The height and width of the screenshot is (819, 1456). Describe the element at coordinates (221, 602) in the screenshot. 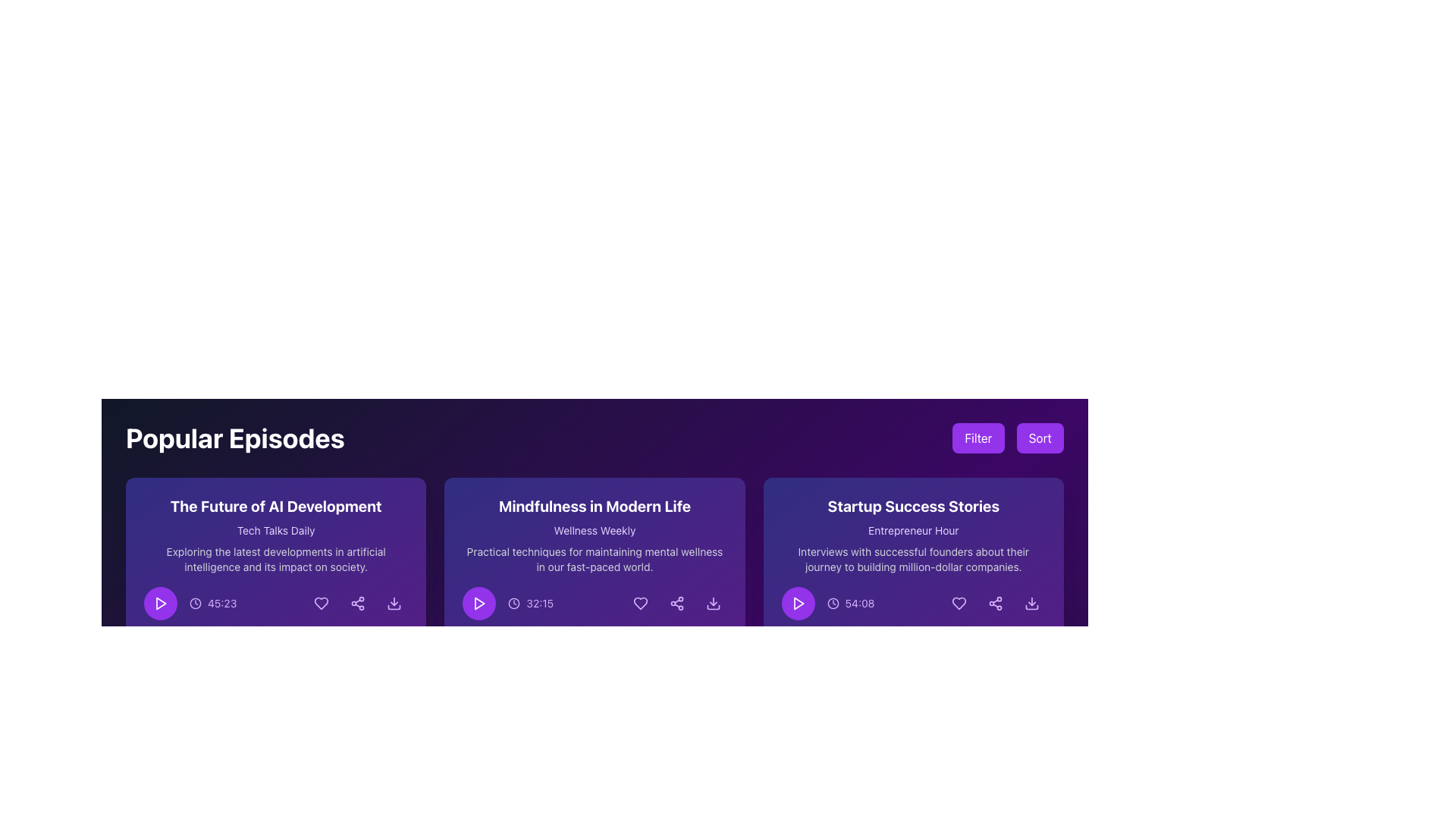

I see `the text display that indicates the duration of the associated episode, located near the lower left corner of the first card in a series of three cards, to the right of a clock icon` at that location.